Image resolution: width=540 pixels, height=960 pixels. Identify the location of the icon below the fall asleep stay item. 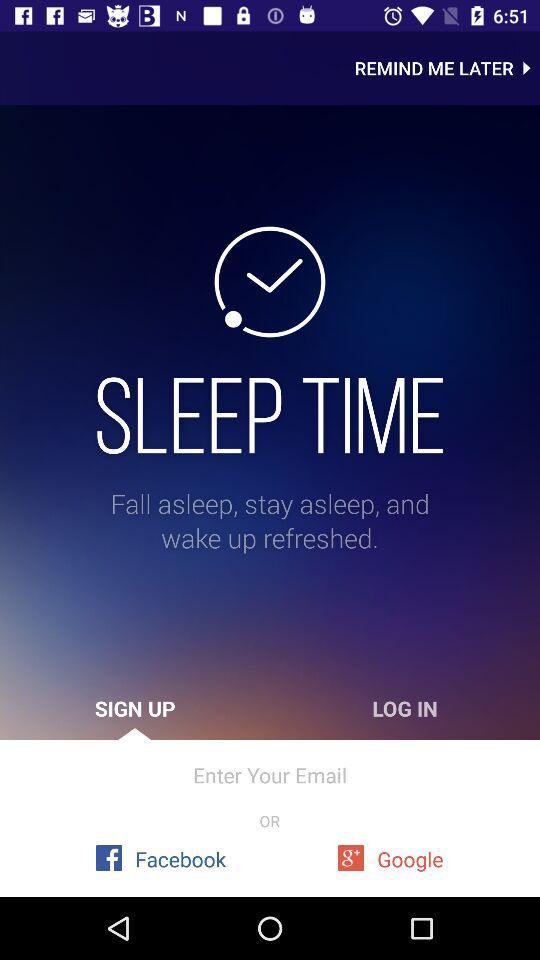
(135, 708).